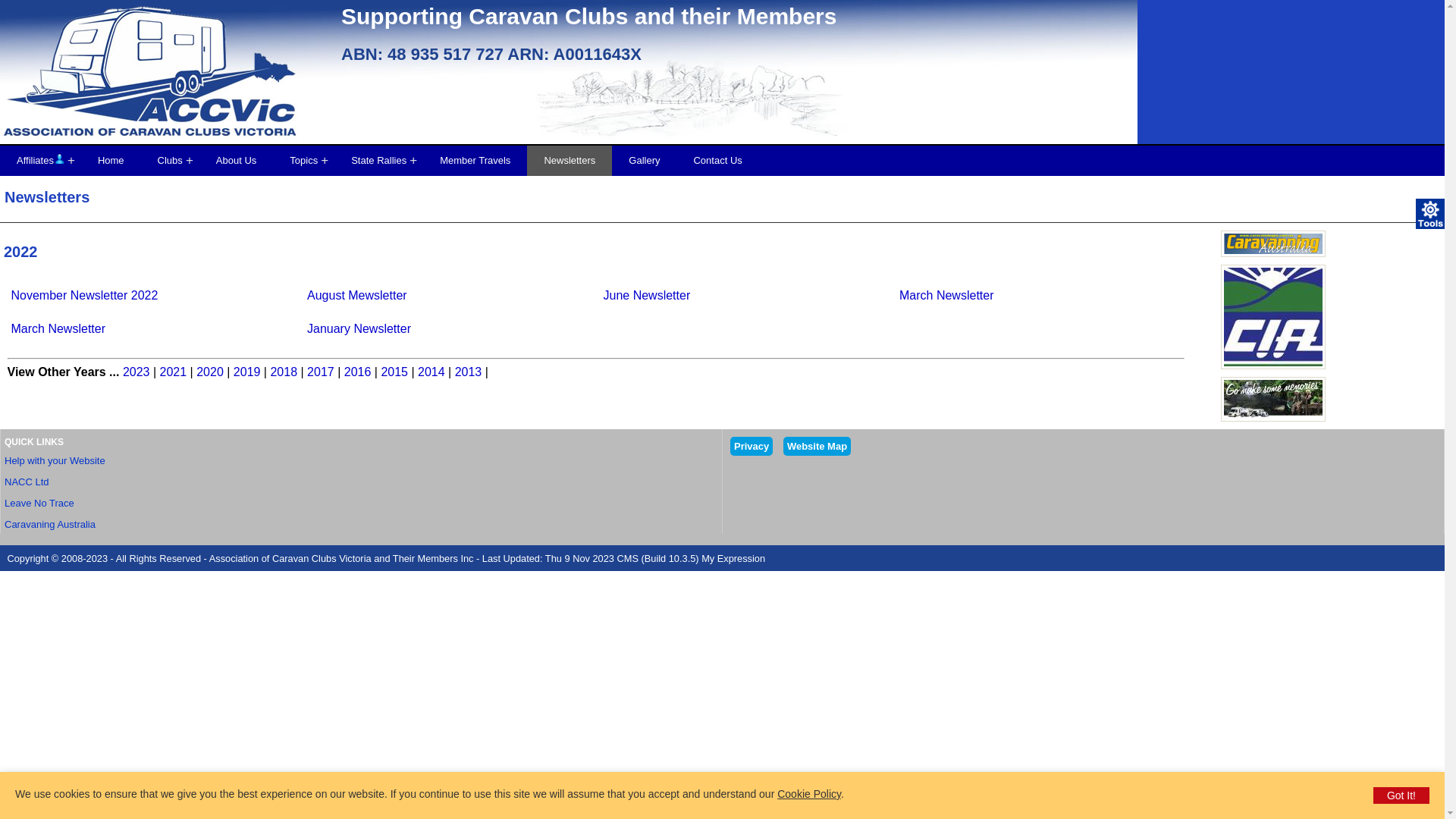  I want to click on 'Clubs', so click(170, 161).